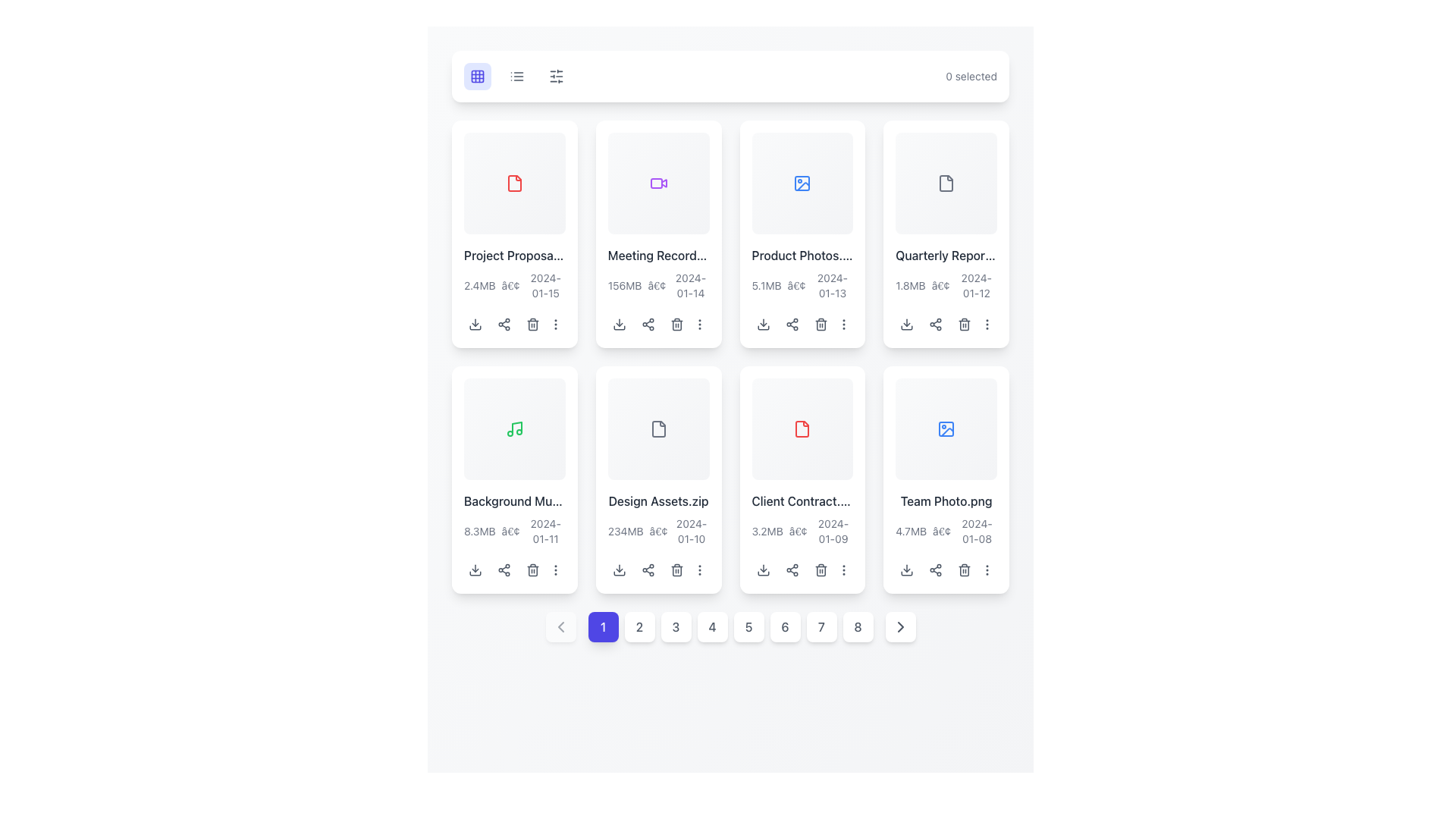  I want to click on the button located to the immediate right of the number 8 button in the pagination controls, so click(900, 626).